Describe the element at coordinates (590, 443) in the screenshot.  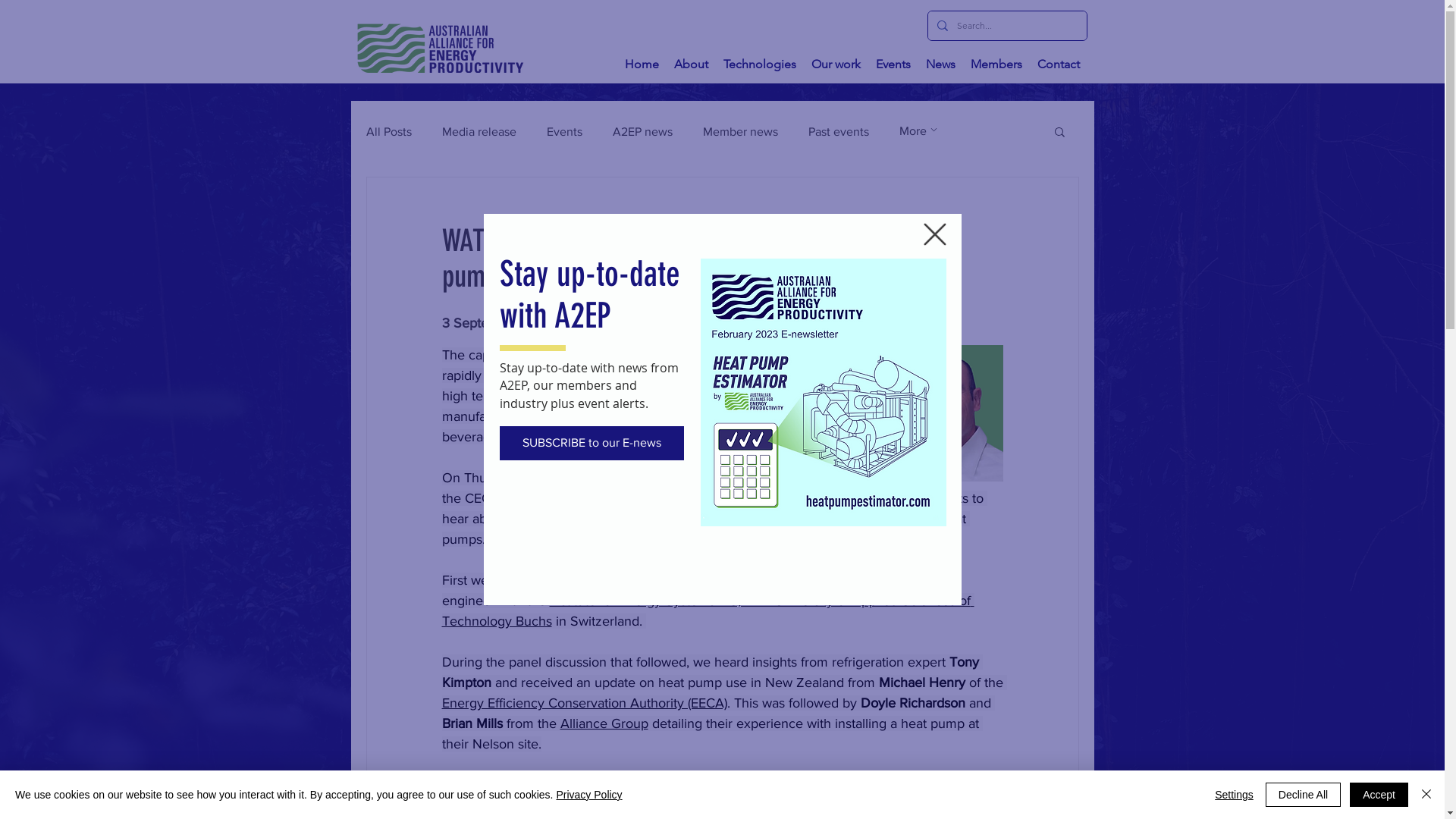
I see `'SUBSCRIBE to our E-news'` at that location.